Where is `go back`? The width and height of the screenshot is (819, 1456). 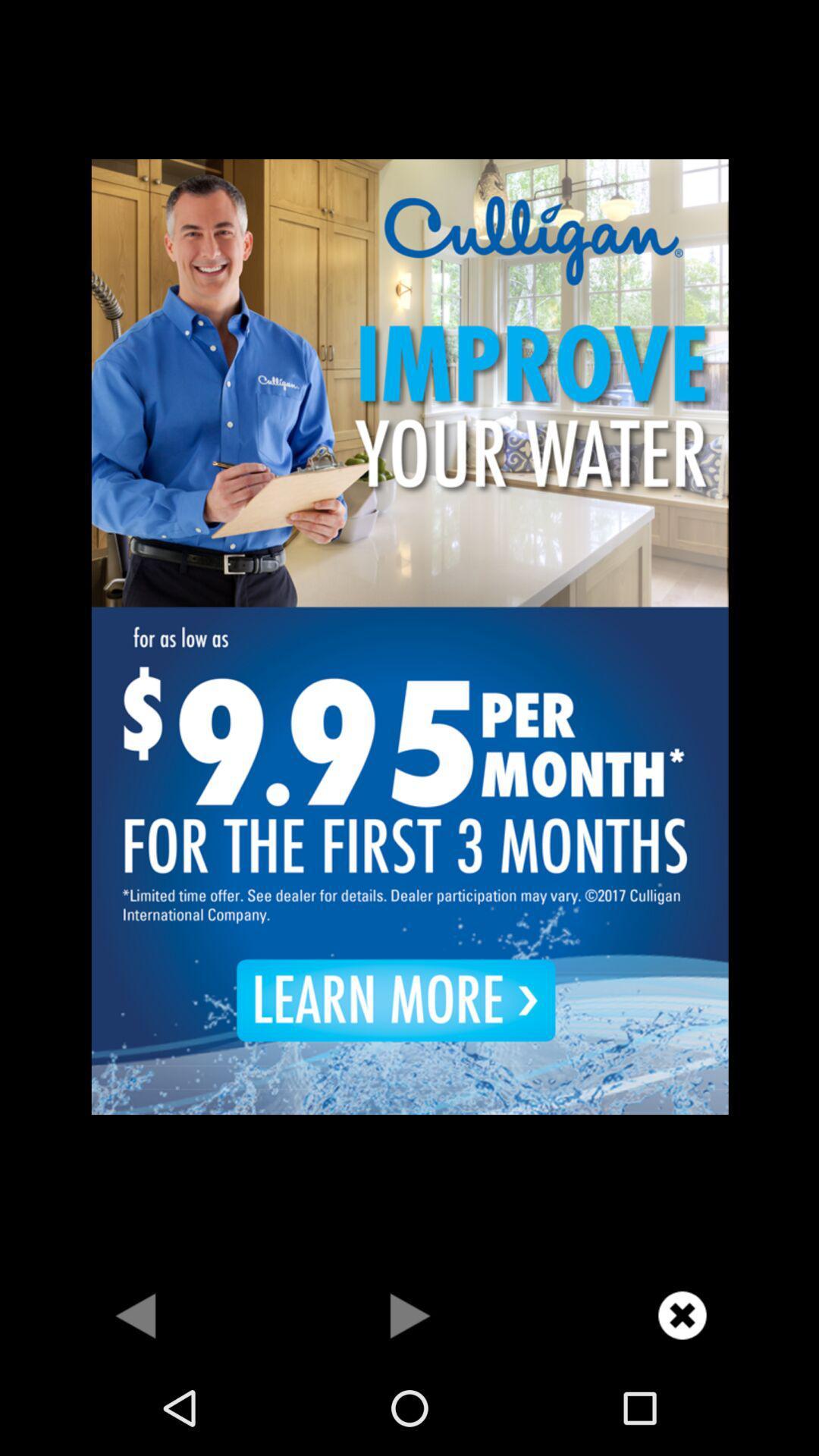 go back is located at coordinates (136, 1314).